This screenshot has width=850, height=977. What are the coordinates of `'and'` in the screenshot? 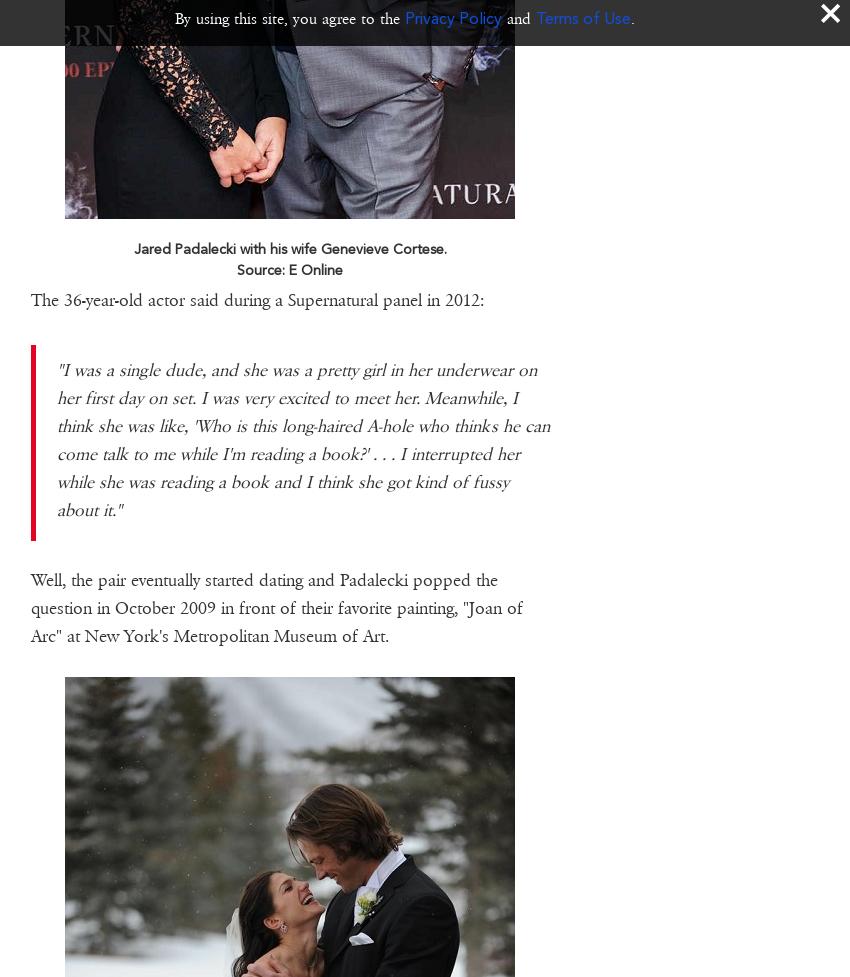 It's located at (502, 18).